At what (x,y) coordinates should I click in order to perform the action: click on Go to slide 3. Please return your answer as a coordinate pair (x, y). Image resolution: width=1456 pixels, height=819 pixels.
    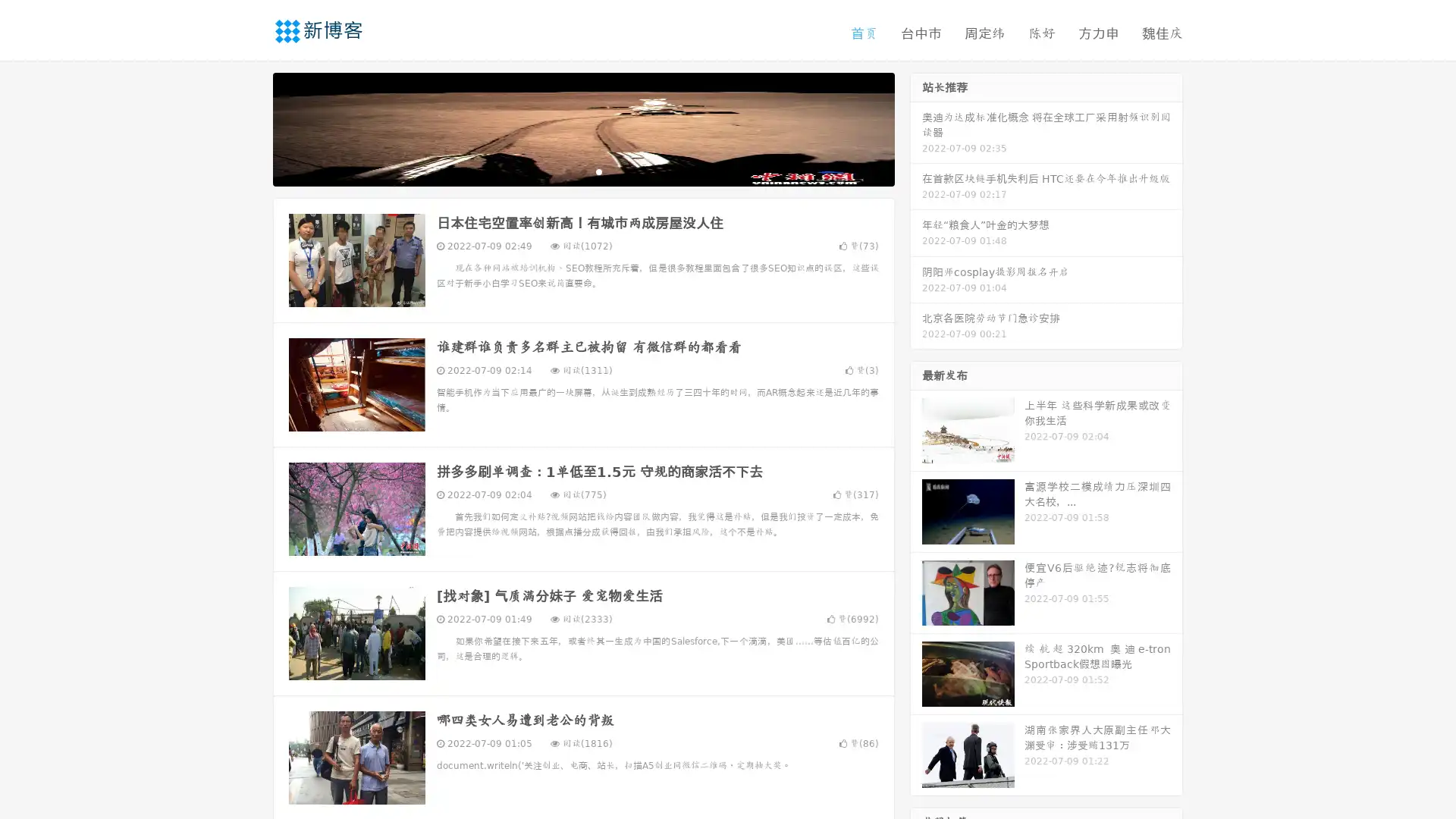
    Looking at the image, I should click on (598, 171).